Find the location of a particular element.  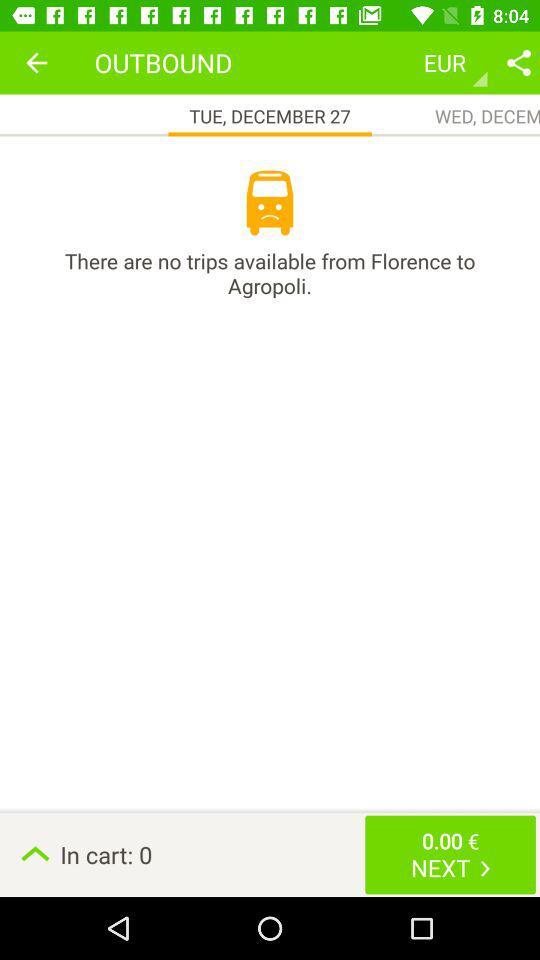

the icon to the left of the outbound icon is located at coordinates (36, 62).